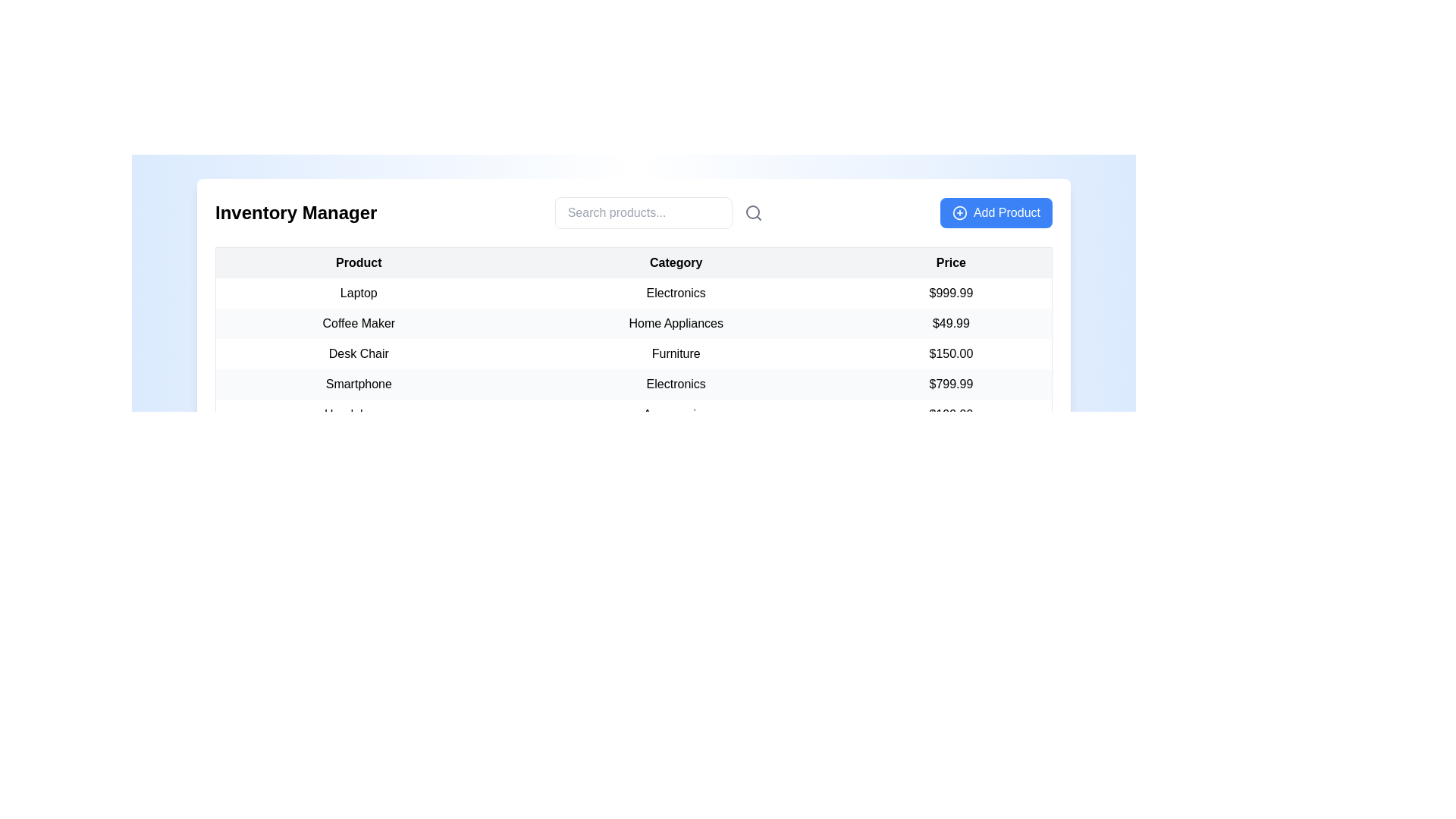  I want to click on the Table Header Row that indicates the data categories of 'Product', 'Category', and 'Price' for the rows below, so click(633, 262).